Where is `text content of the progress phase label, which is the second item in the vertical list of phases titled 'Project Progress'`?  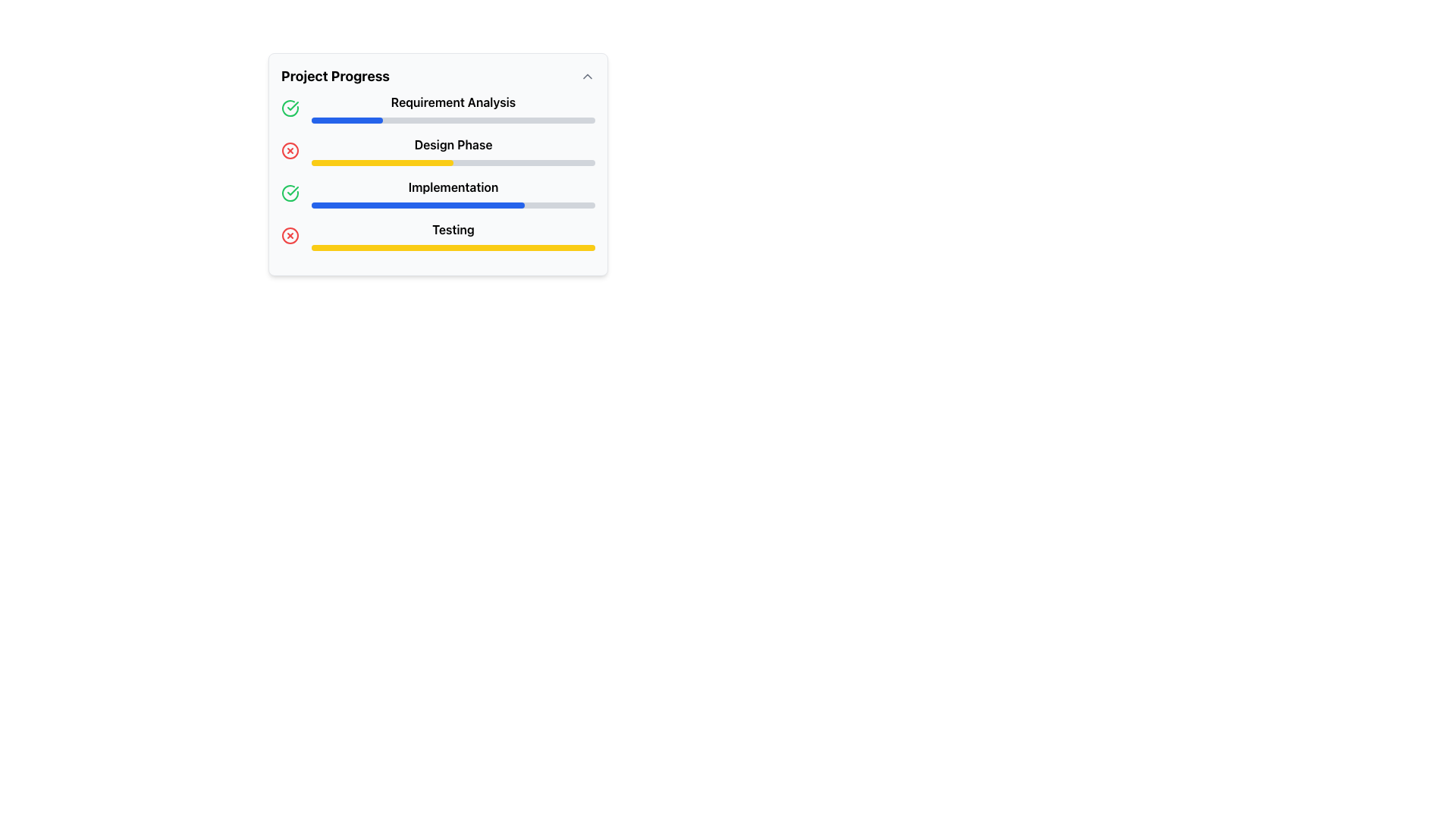 text content of the progress phase label, which is the second item in the vertical list of phases titled 'Project Progress' is located at coordinates (453, 151).